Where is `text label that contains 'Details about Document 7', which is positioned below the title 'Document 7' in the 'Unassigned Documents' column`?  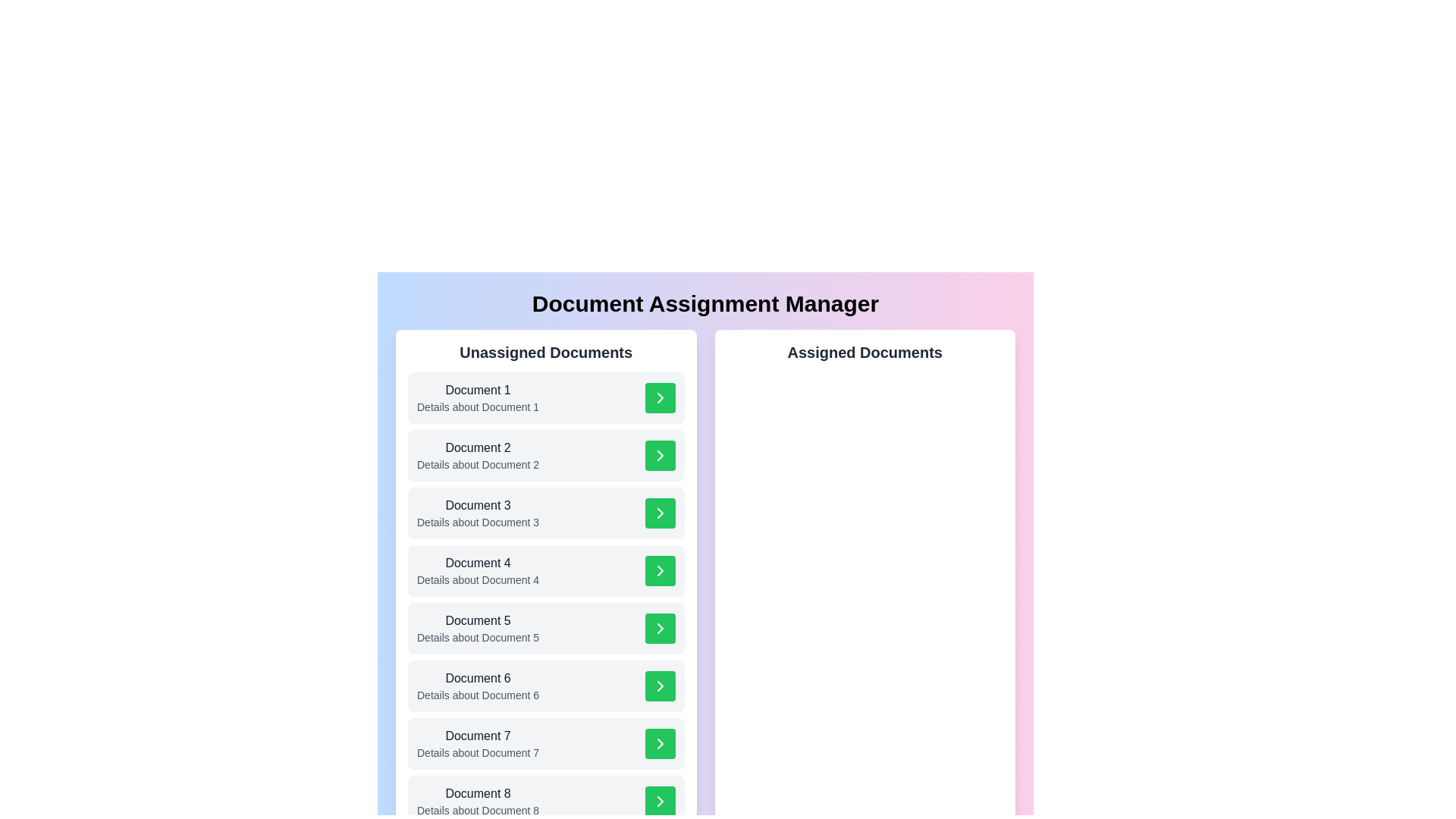
text label that contains 'Details about Document 7', which is positioned below the title 'Document 7' in the 'Unassigned Documents' column is located at coordinates (477, 752).